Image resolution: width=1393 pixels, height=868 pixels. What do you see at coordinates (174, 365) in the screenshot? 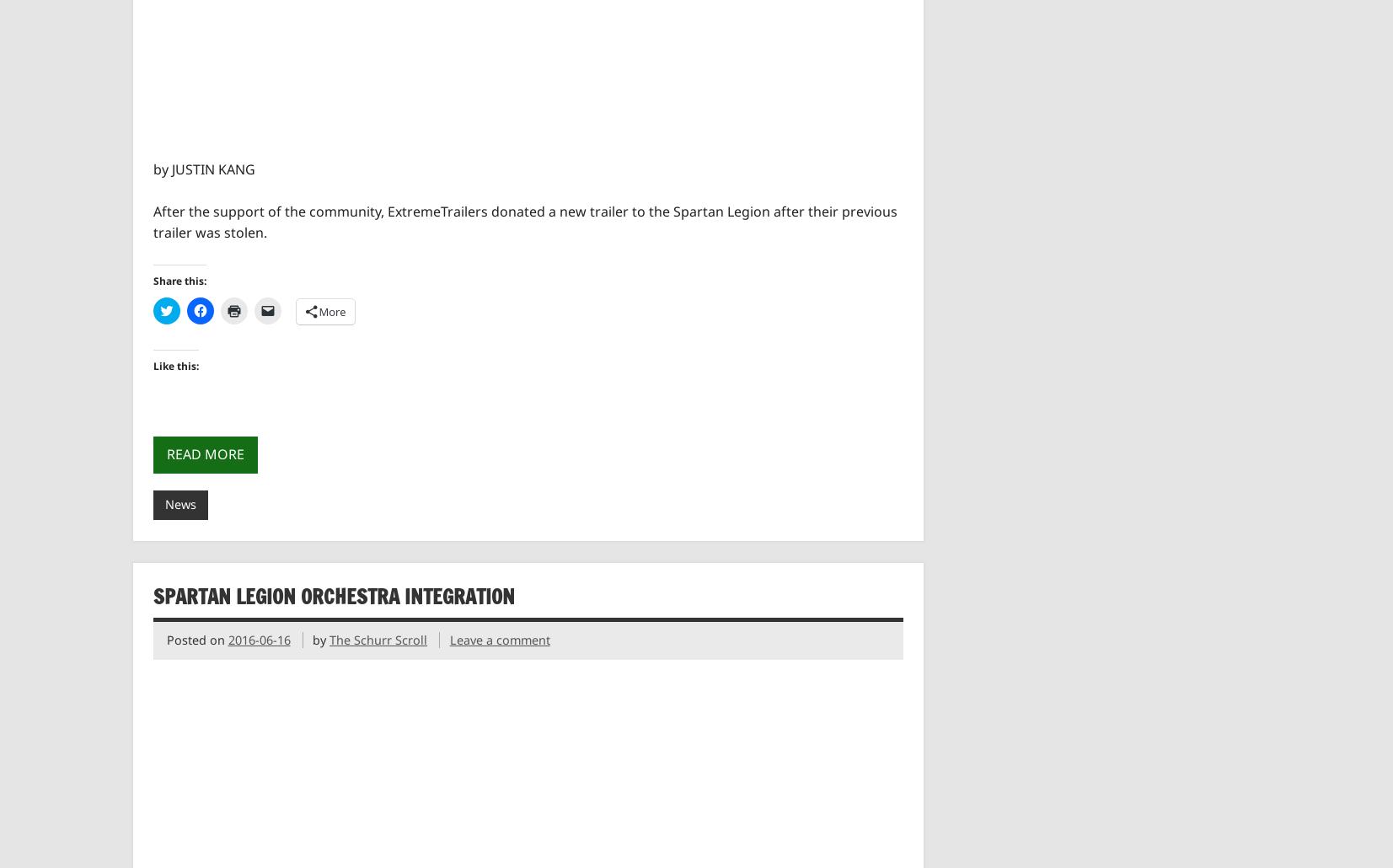
I see `'Like this:'` at bounding box center [174, 365].